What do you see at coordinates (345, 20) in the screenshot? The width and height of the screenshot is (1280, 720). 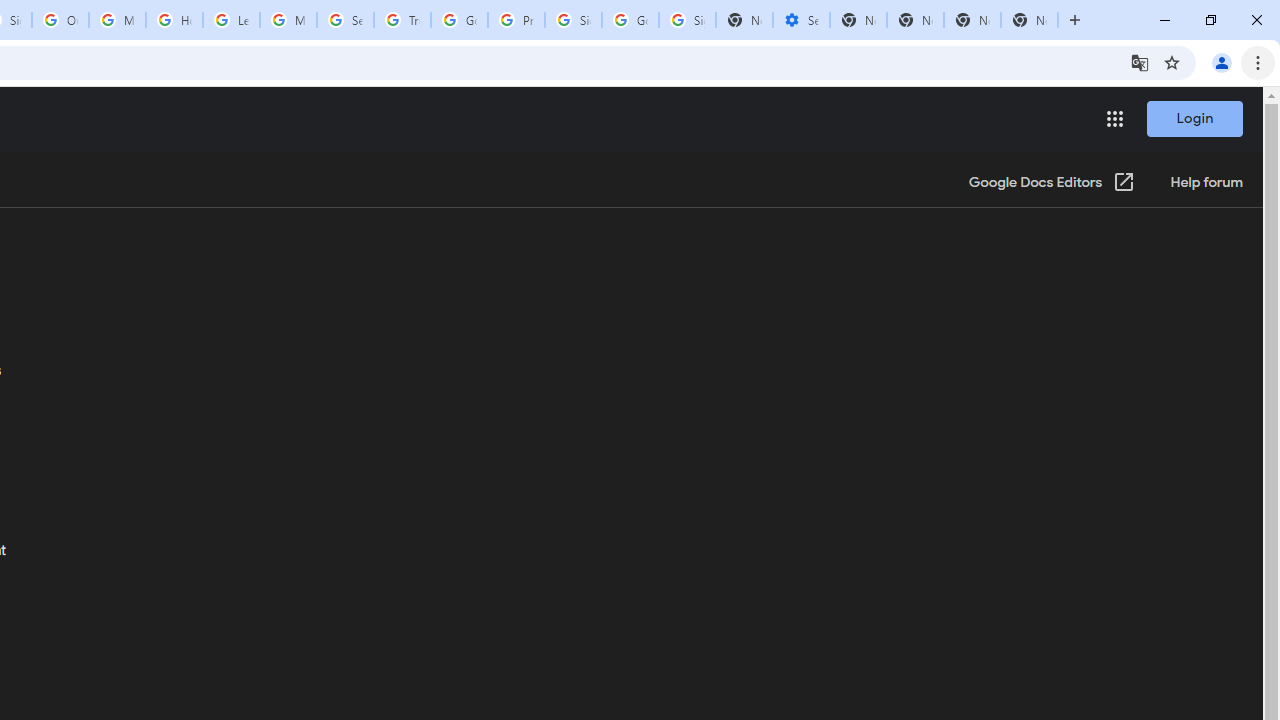 I see `'Search our Doodle Library Collection - Google Doodles'` at bounding box center [345, 20].